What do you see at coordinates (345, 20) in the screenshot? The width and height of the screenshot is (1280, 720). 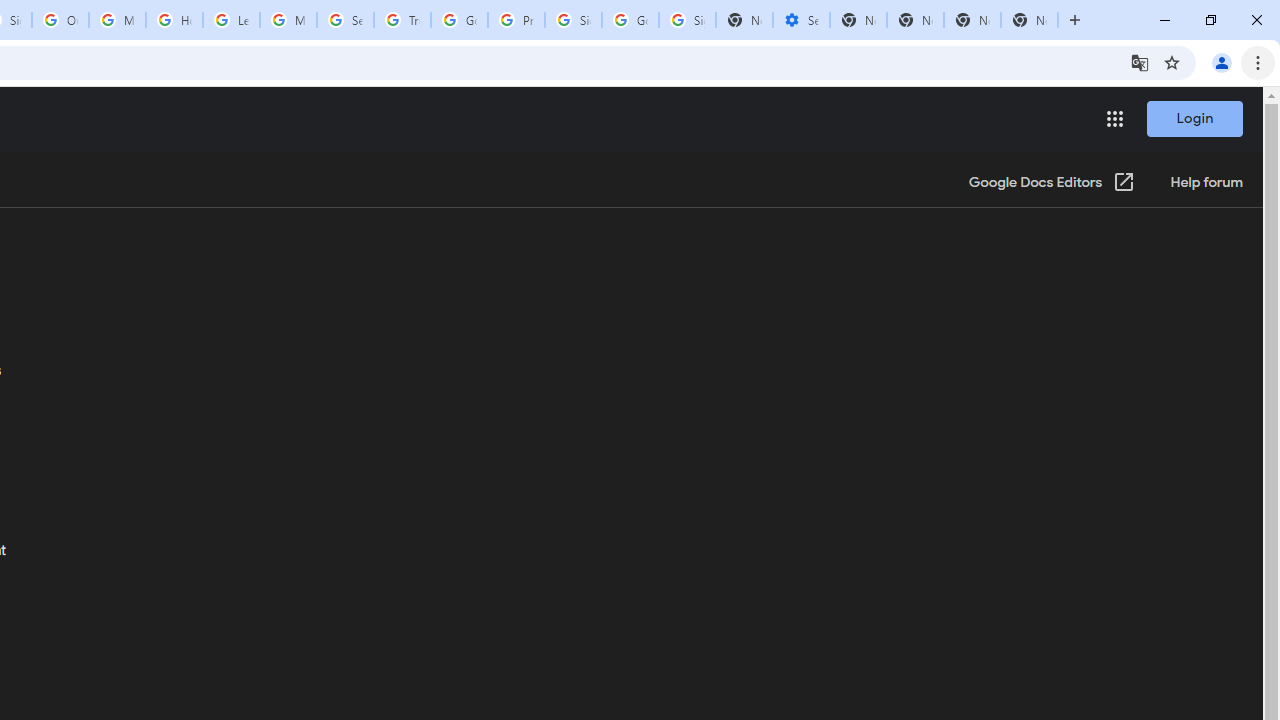 I see `'Search our Doodle Library Collection - Google Doodles'` at bounding box center [345, 20].